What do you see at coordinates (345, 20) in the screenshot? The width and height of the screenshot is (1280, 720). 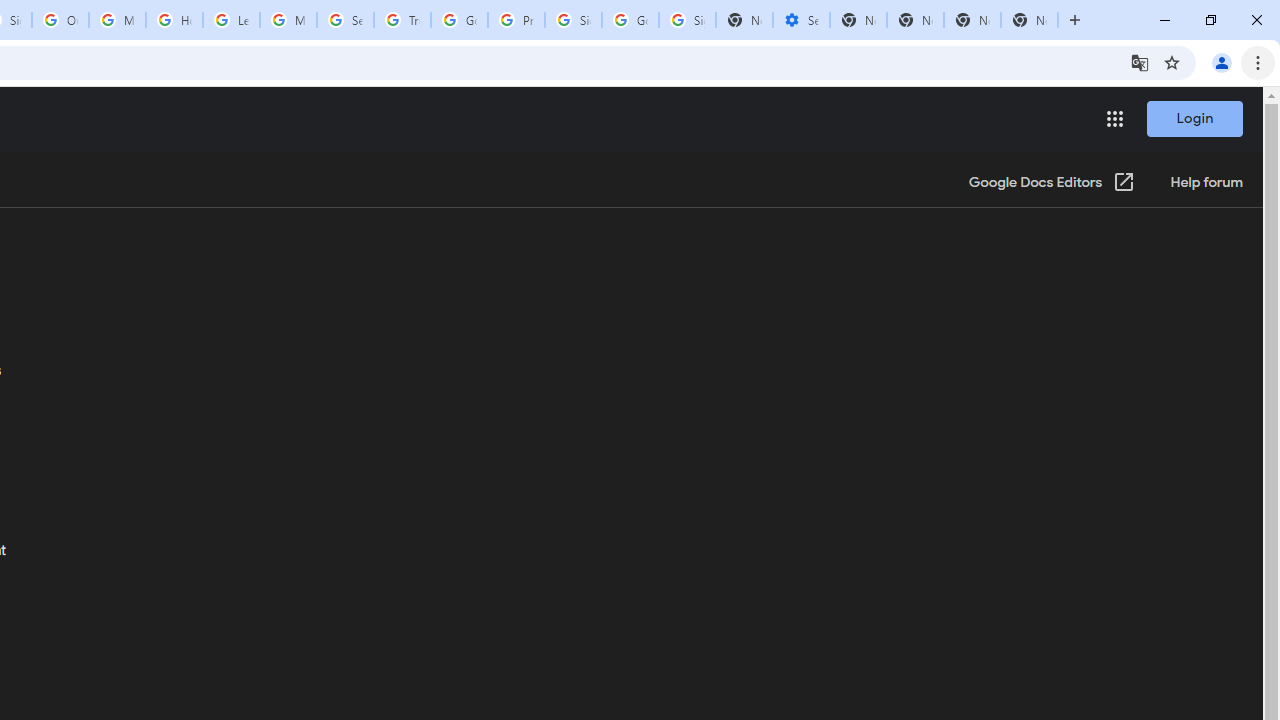 I see `'Search our Doodle Library Collection - Google Doodles'` at bounding box center [345, 20].